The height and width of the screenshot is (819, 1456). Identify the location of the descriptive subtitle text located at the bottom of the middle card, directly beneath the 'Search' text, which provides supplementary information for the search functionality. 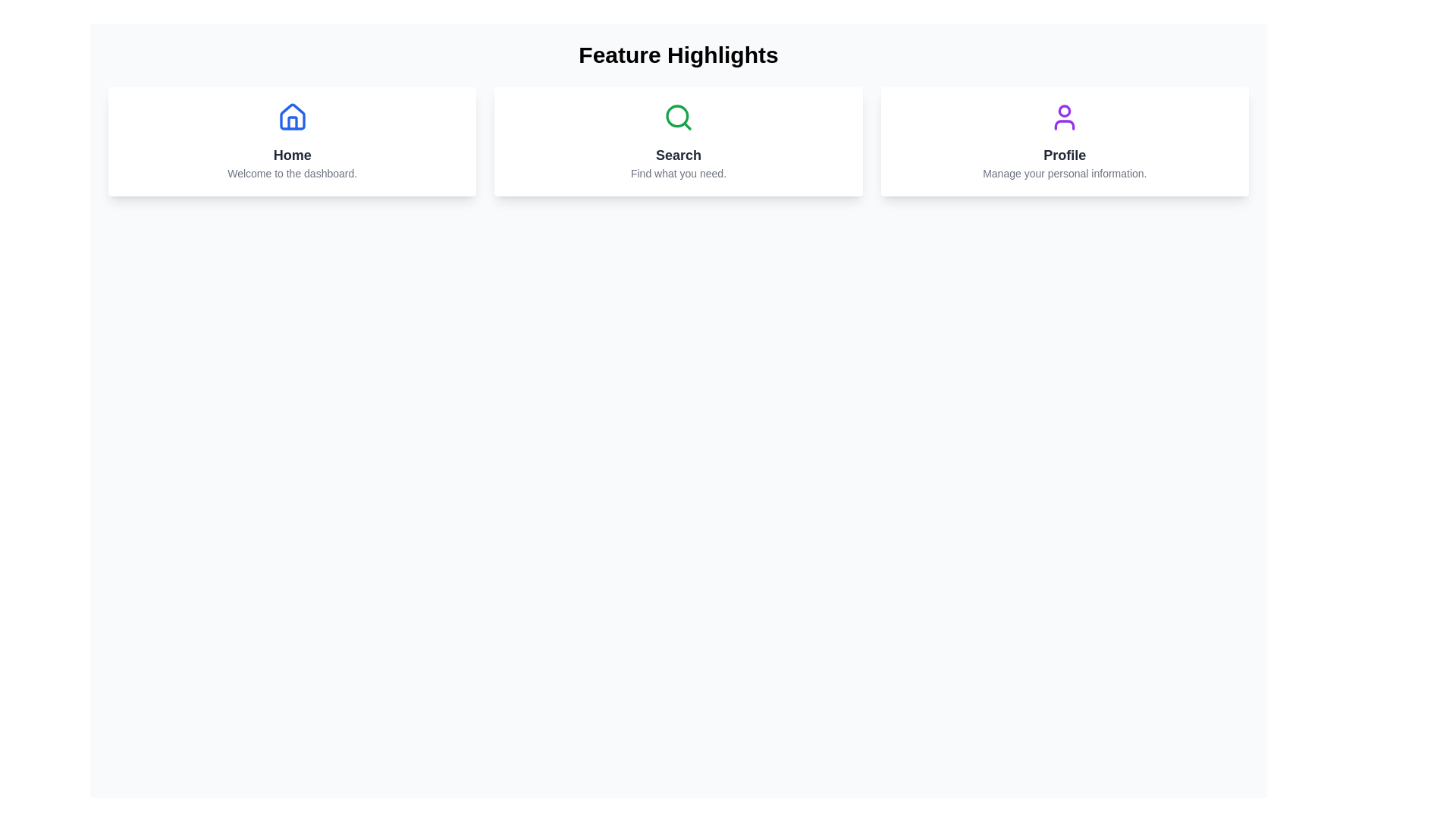
(677, 172).